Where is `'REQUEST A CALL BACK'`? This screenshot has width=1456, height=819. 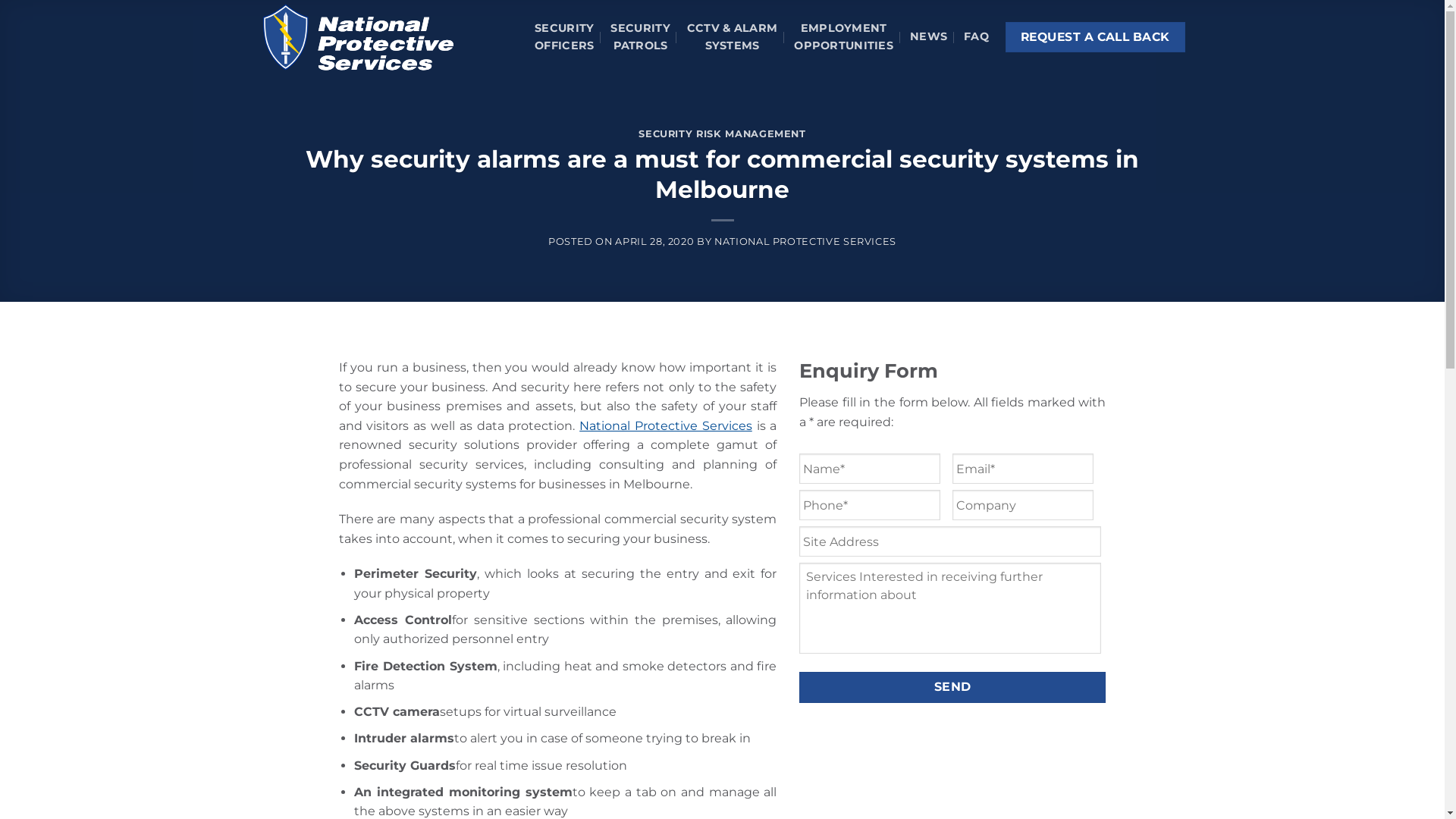
'REQUEST A CALL BACK' is located at coordinates (1095, 36).